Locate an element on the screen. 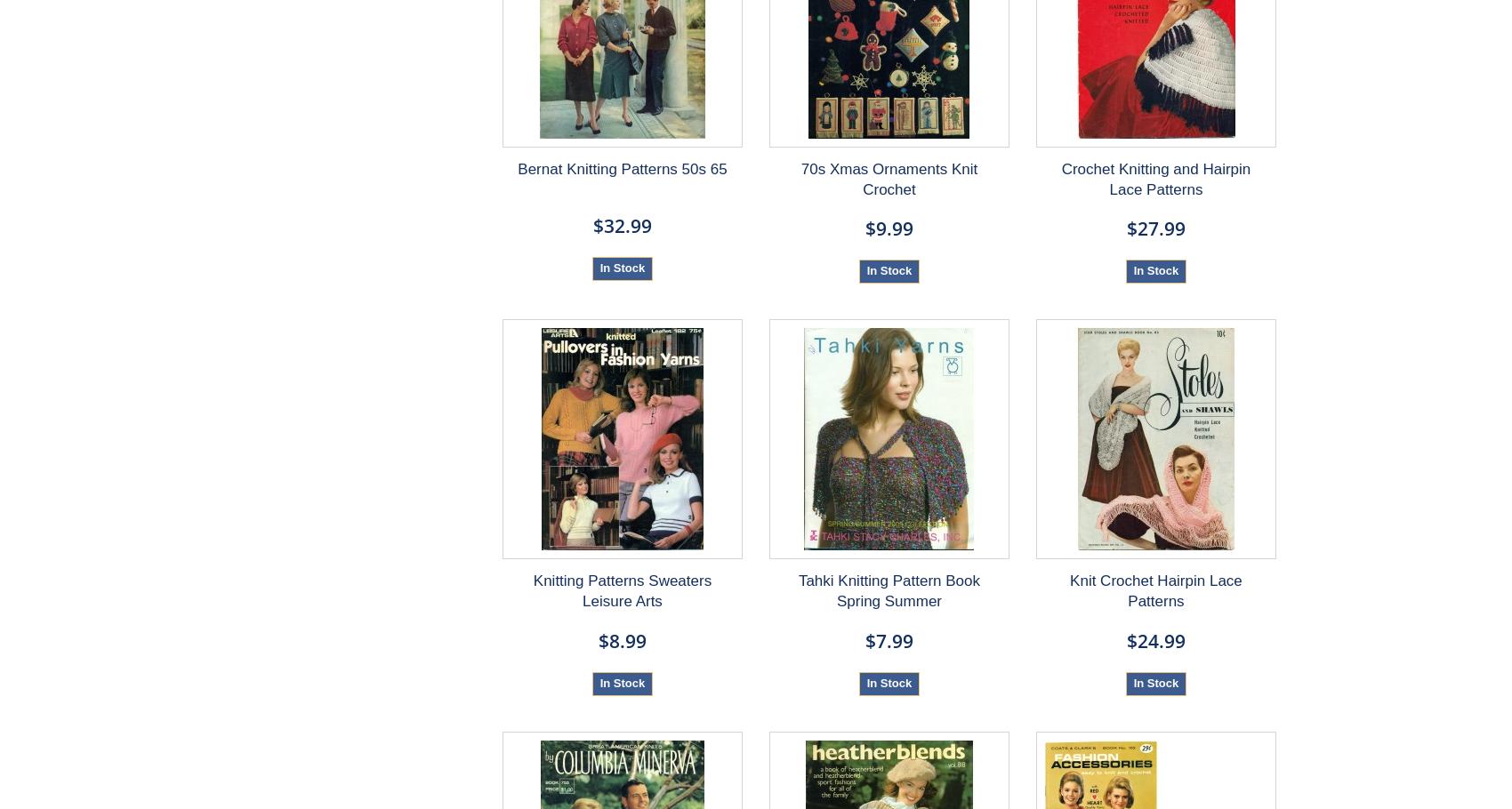 This screenshot has width=1512, height=809. '$24.99' is located at coordinates (1124, 638).